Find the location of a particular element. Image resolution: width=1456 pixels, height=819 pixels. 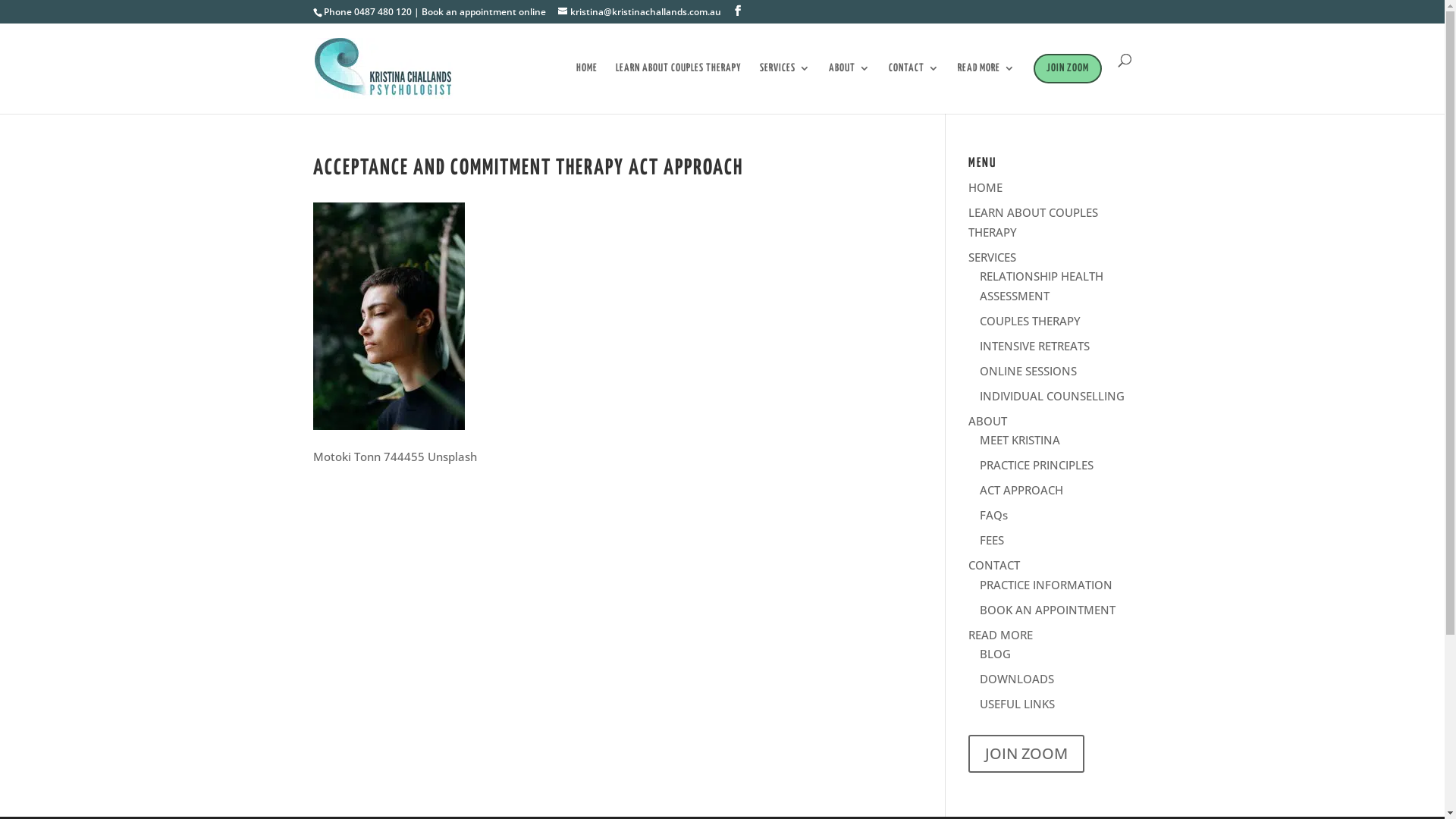

'BOOK AN APPOINTMENT' is located at coordinates (1046, 608).